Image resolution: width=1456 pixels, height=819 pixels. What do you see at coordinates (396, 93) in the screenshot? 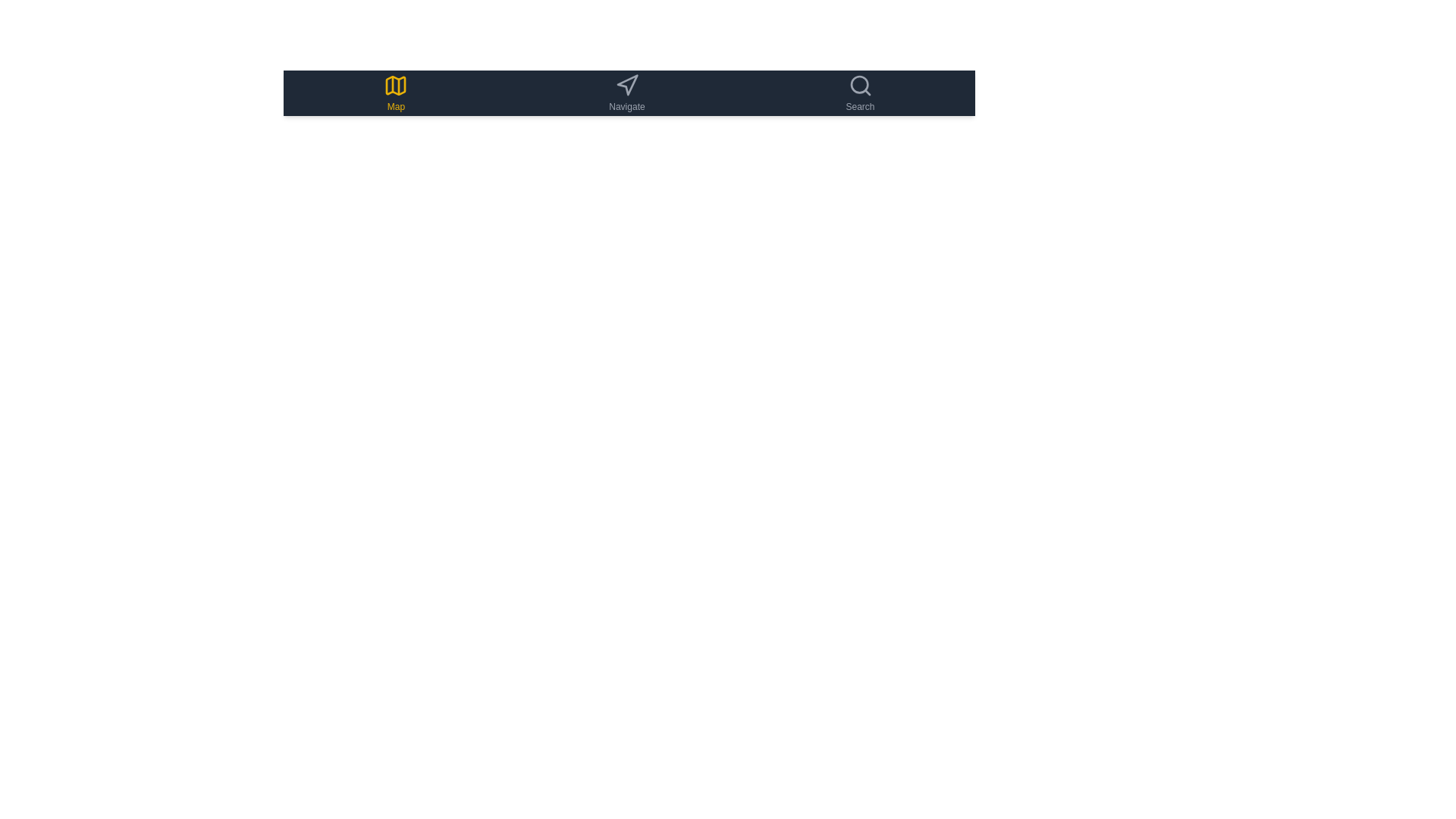
I see `the navigation button located in the left segment of the horizontal navigation bar` at bounding box center [396, 93].